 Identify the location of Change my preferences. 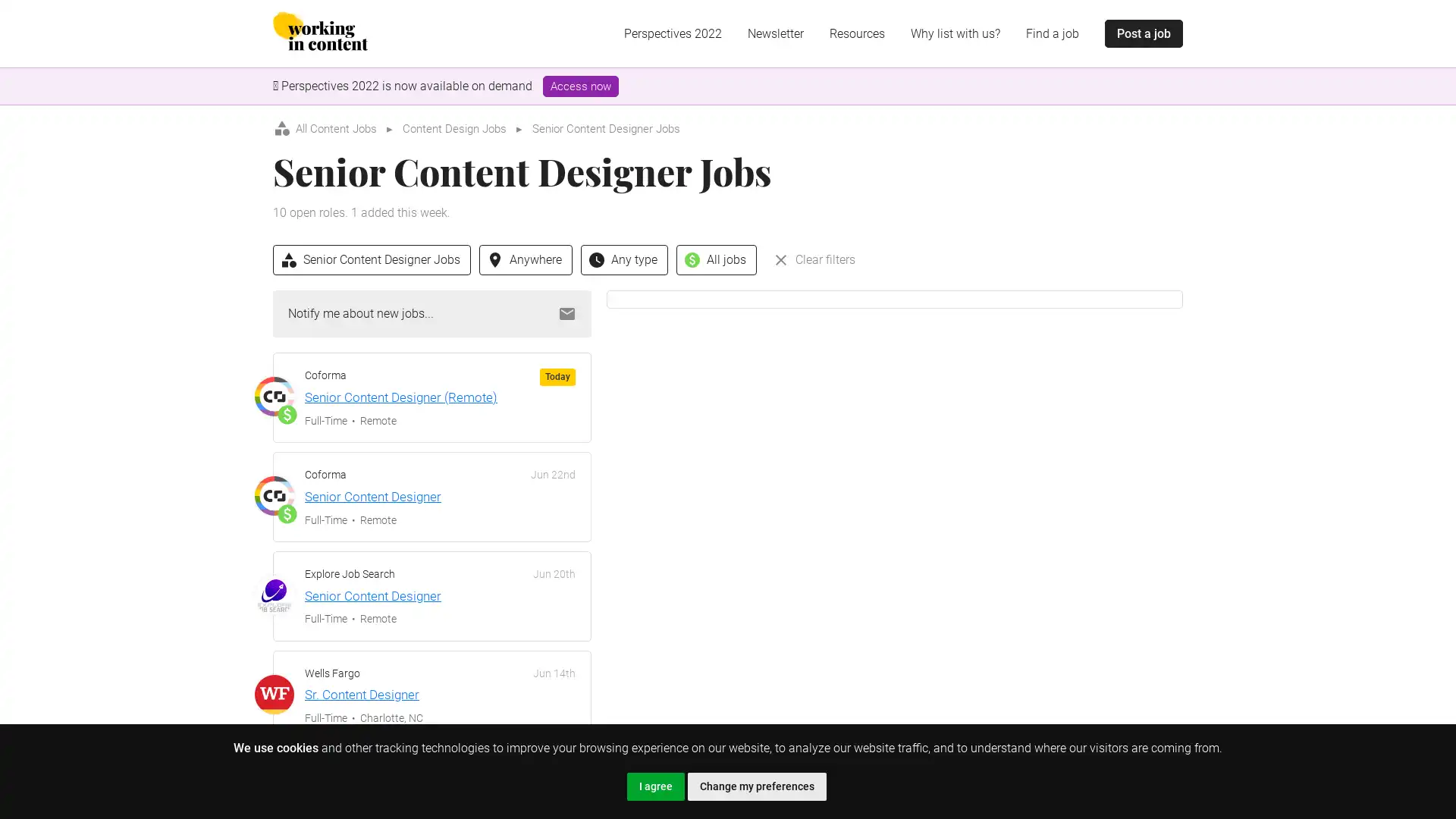
(756, 786).